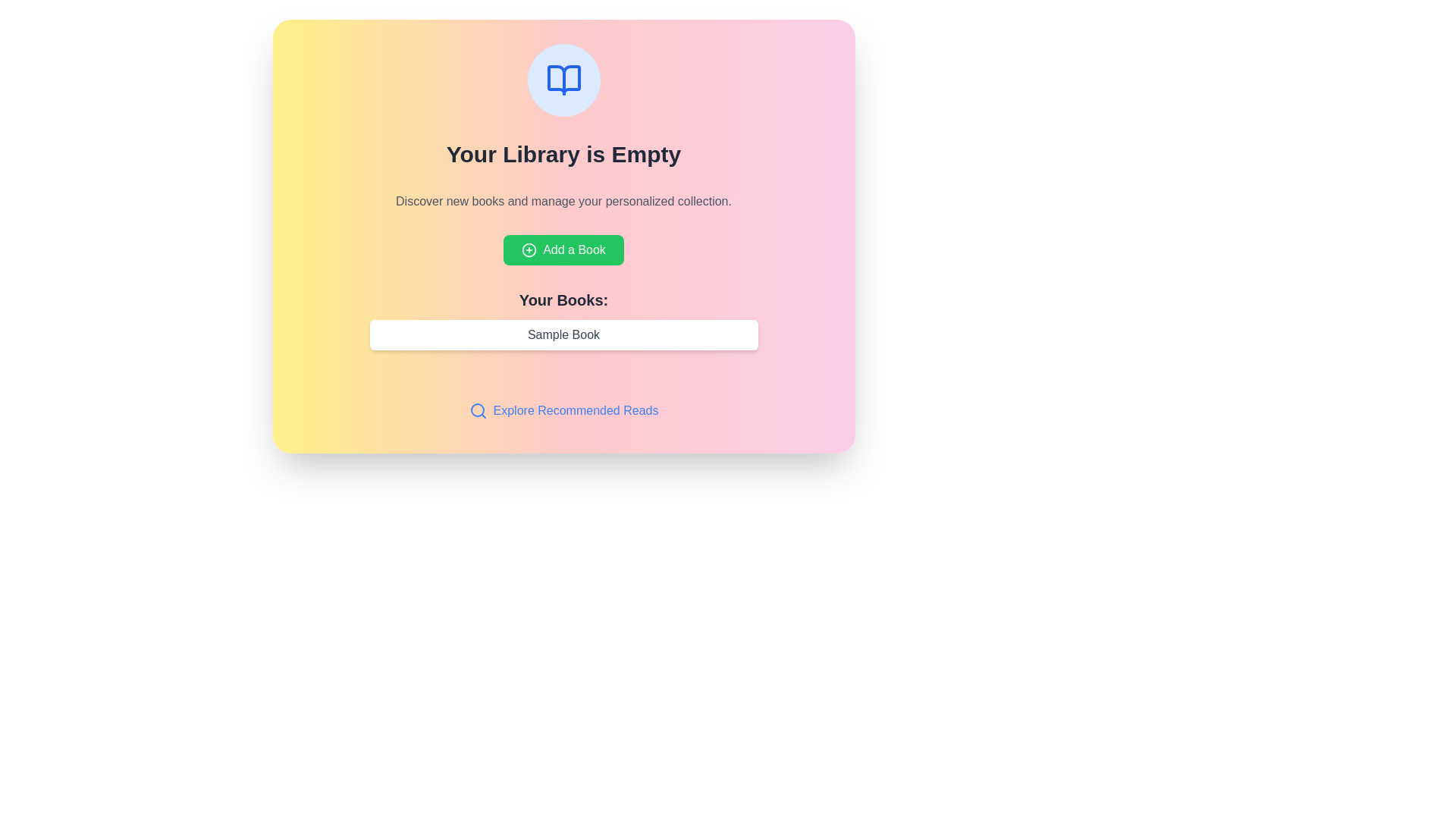 The height and width of the screenshot is (819, 1456). Describe the element at coordinates (563, 80) in the screenshot. I see `the circular icon with a blue circular background and an open book icon, located above the text 'Your Library is Empty'` at that location.